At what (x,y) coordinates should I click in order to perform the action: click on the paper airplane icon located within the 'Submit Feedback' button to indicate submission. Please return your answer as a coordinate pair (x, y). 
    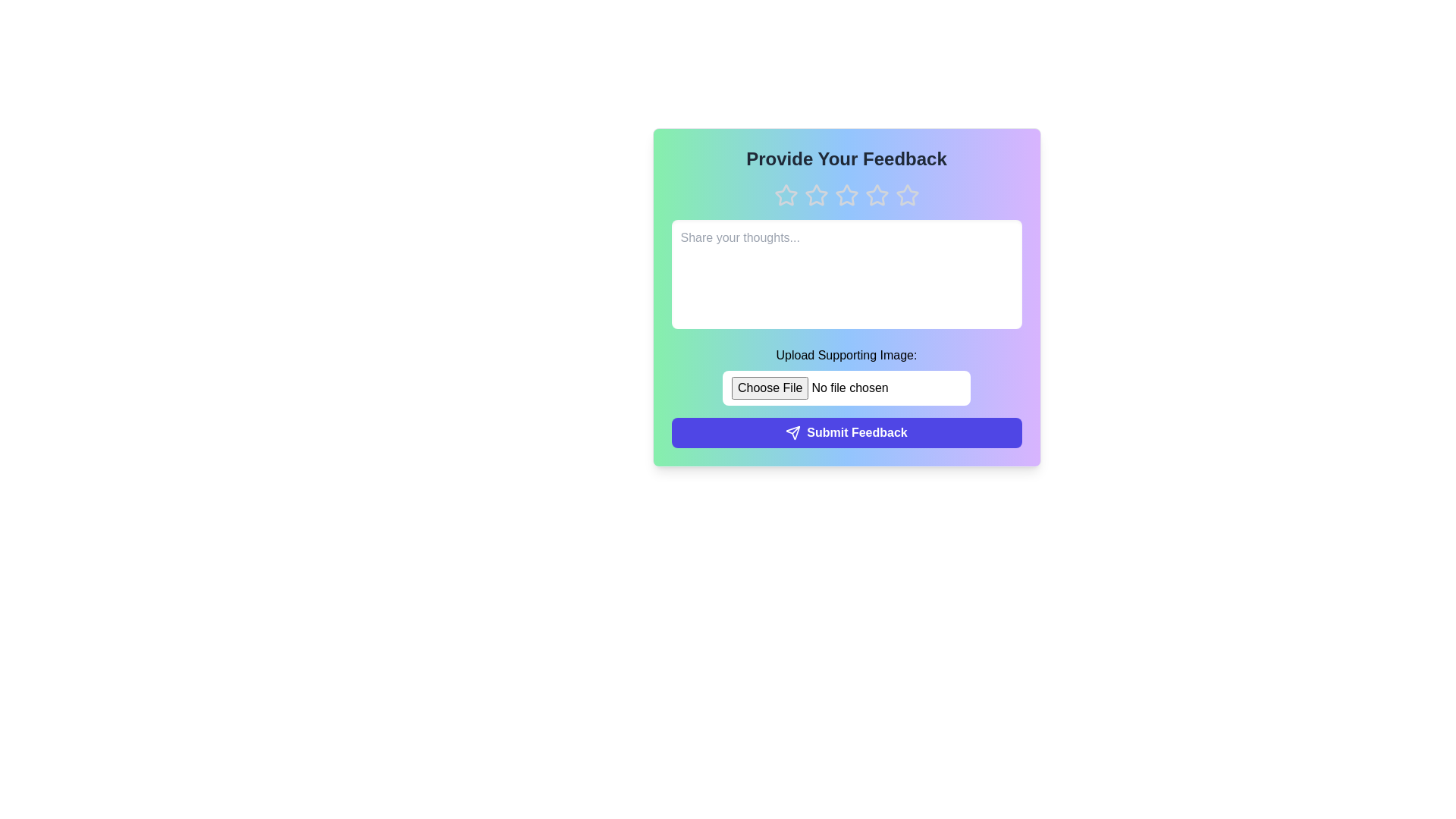
    Looking at the image, I should click on (792, 432).